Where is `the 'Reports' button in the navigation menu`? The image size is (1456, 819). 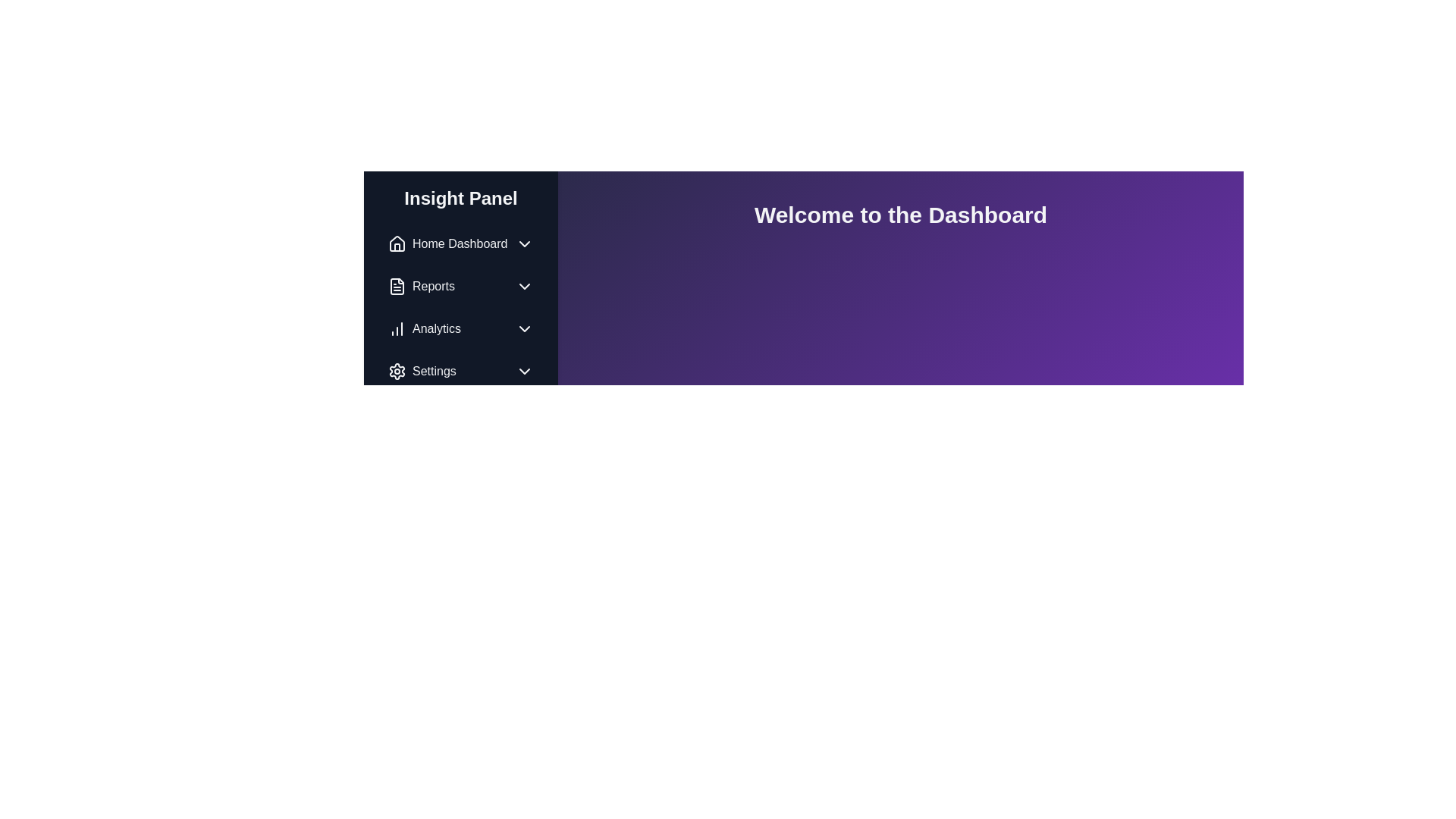
the 'Reports' button in the navigation menu is located at coordinates (460, 287).